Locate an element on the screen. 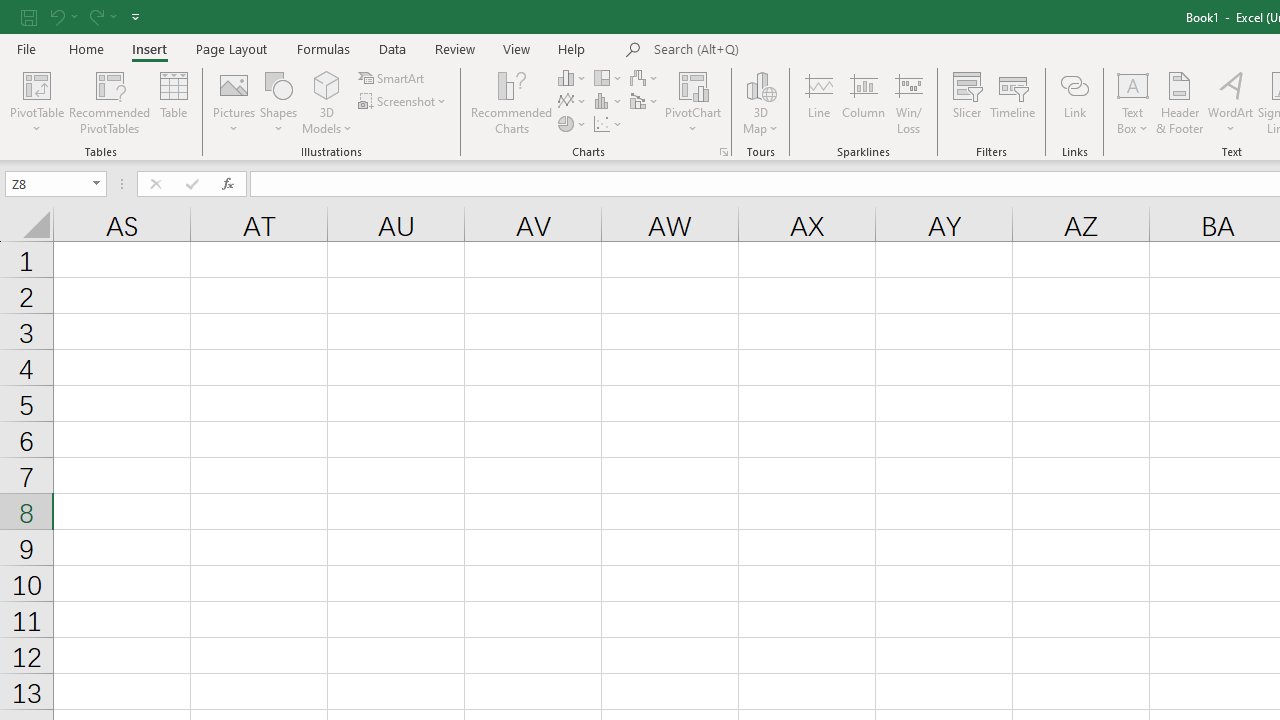 This screenshot has height=720, width=1280. '3D Models' is located at coordinates (327, 84).